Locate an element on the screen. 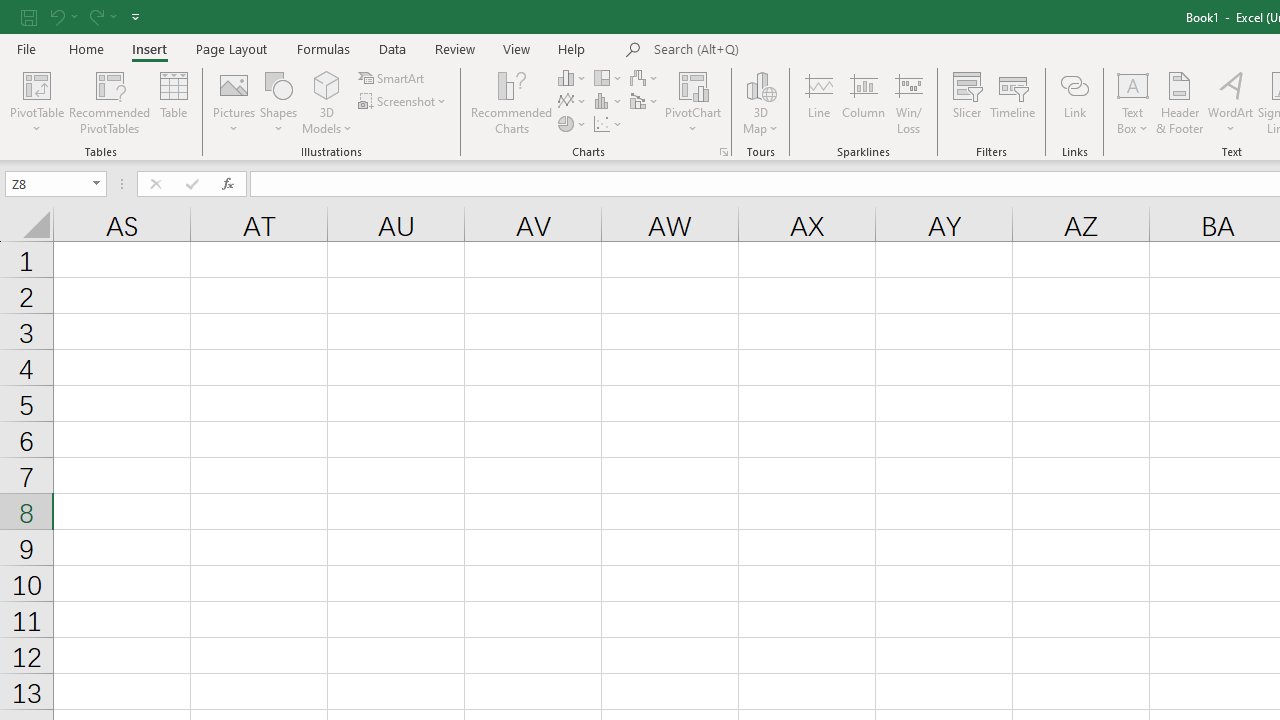 This screenshot has height=720, width=1280. '3D Models' is located at coordinates (327, 84).